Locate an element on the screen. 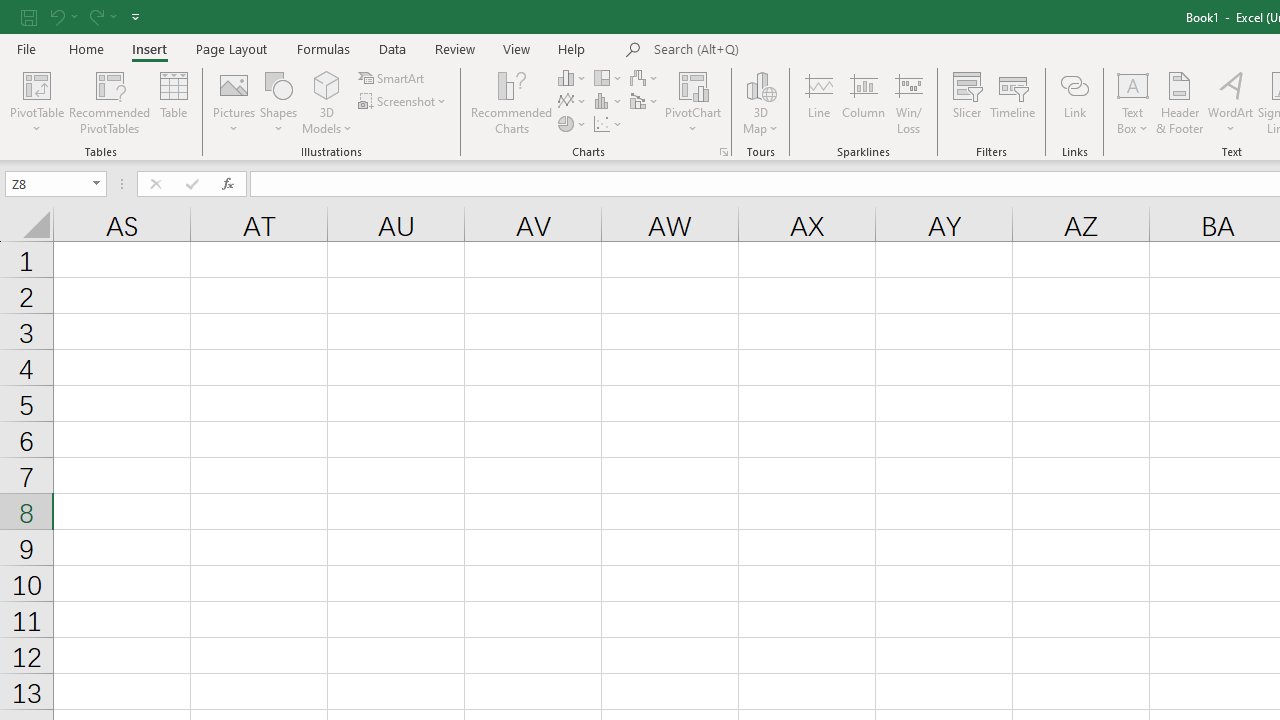 This screenshot has height=720, width=1280. '3D Models' is located at coordinates (327, 84).